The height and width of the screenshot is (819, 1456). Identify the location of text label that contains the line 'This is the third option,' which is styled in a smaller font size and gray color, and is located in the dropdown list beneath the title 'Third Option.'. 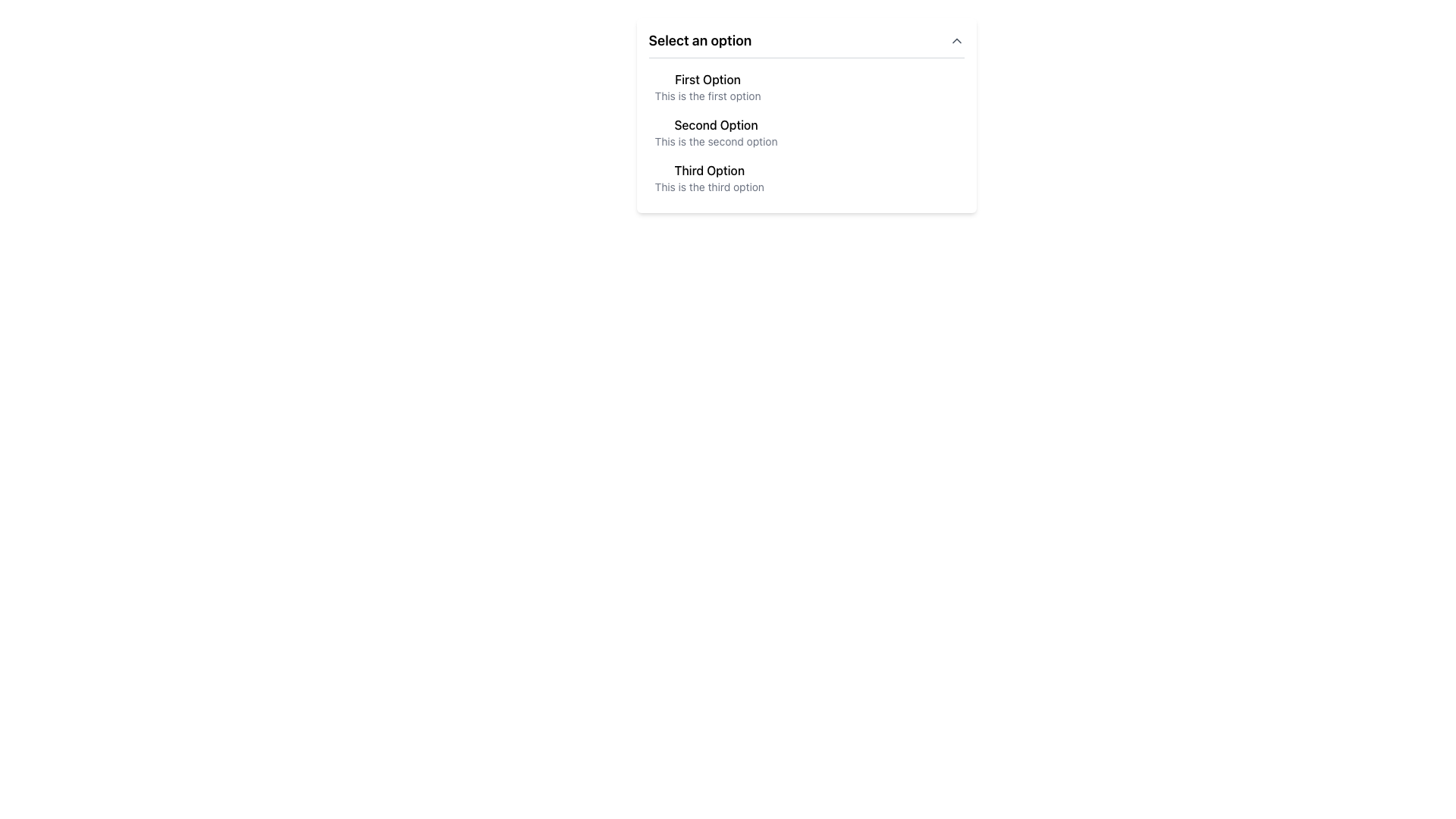
(708, 186).